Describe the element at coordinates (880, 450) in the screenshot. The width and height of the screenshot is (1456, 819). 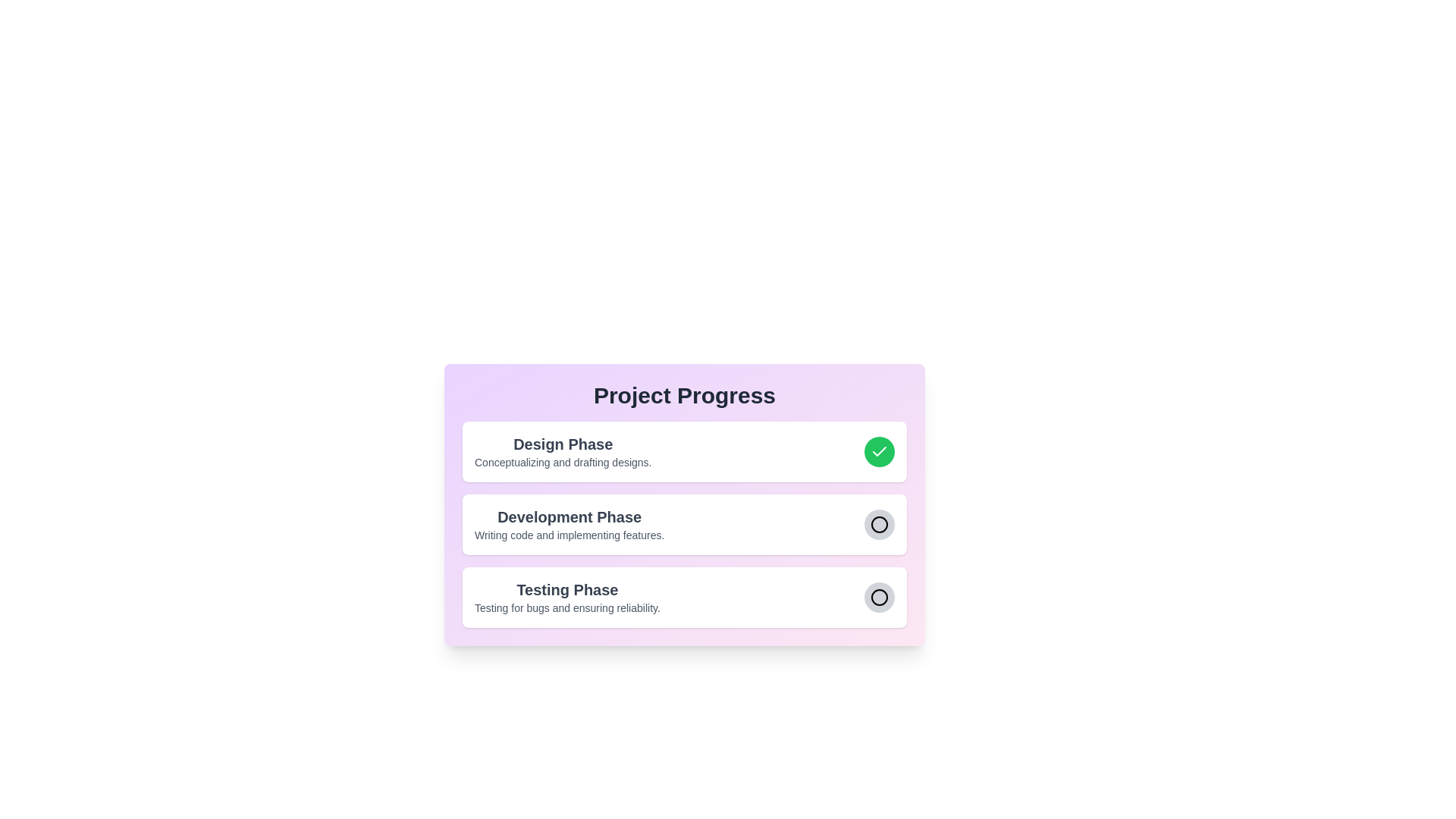
I see `the checkmark icon within the circular green button located to the right of the 'Design Phase' item in the project phases list` at that location.